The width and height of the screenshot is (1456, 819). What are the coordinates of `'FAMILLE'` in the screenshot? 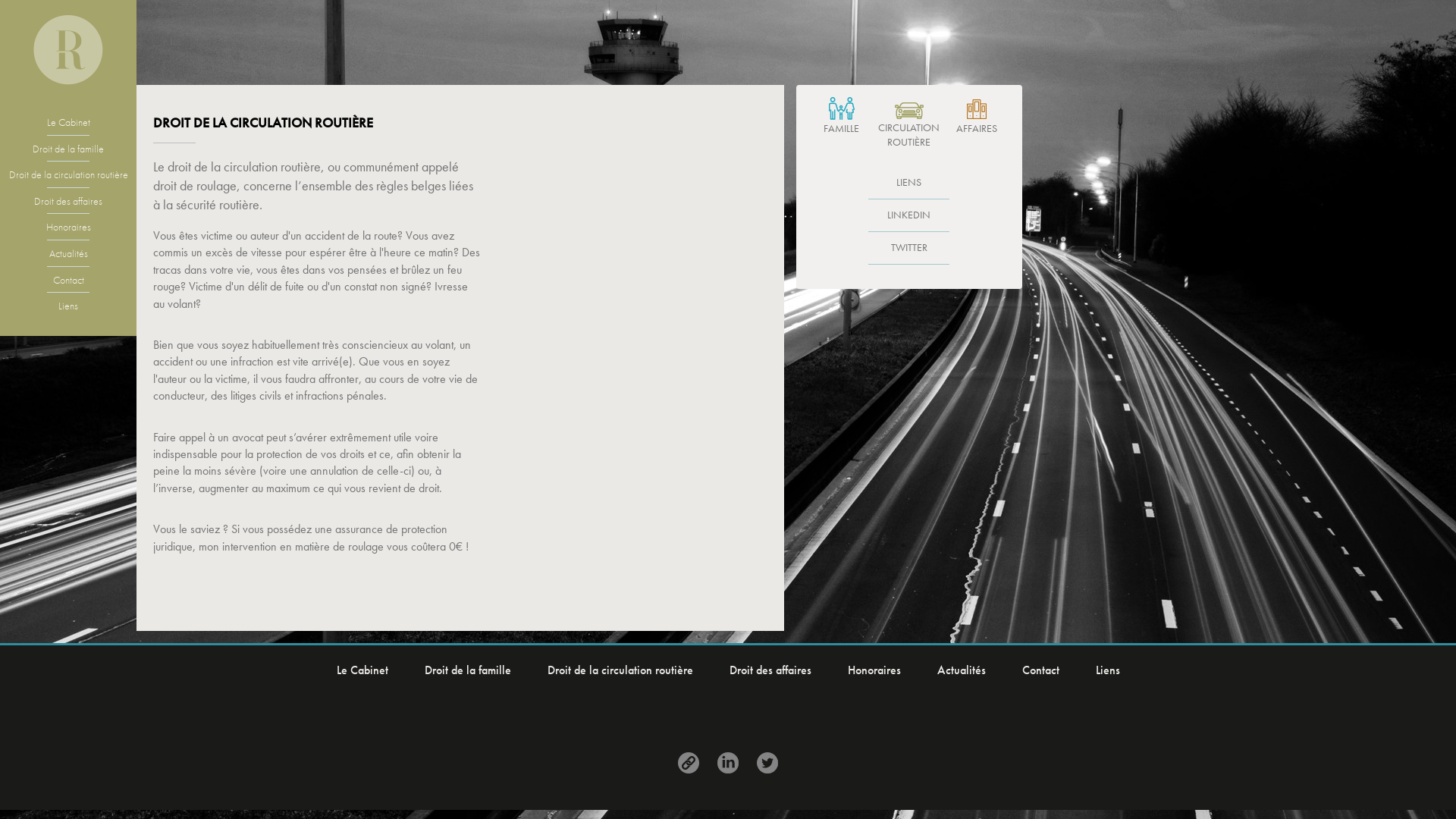 It's located at (822, 116).